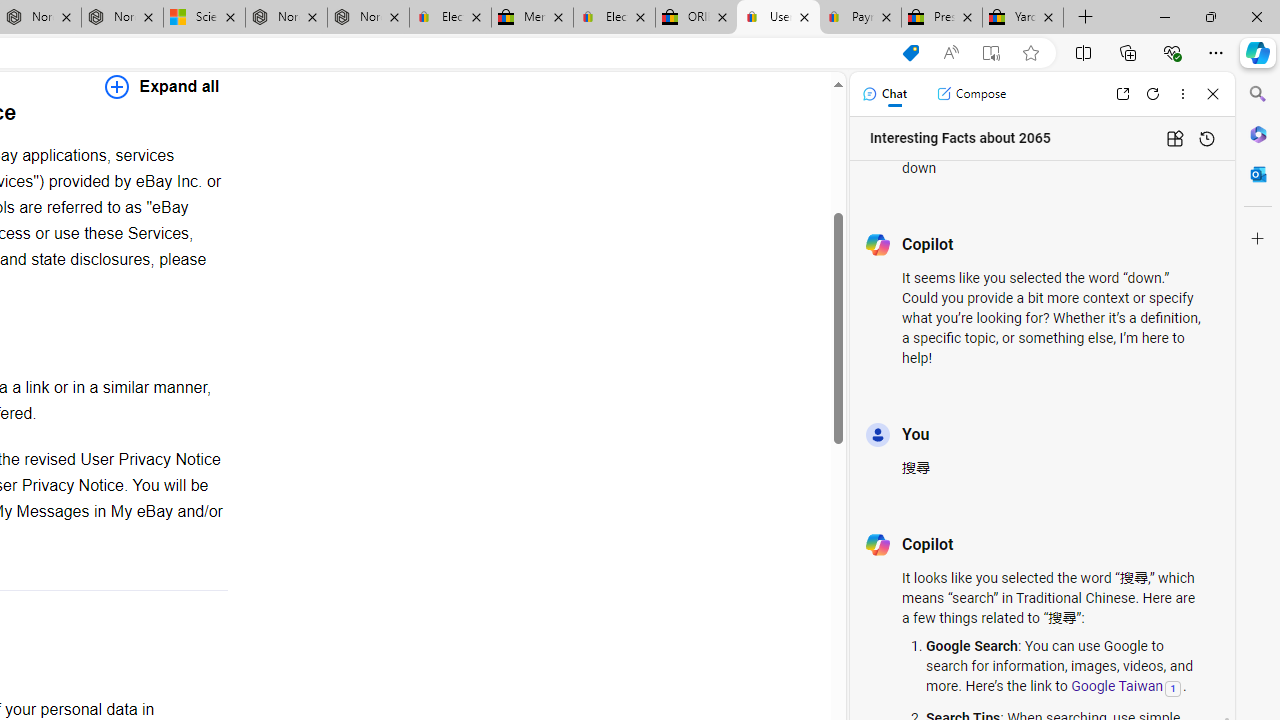  What do you see at coordinates (971, 93) in the screenshot?
I see `'Compose'` at bounding box center [971, 93].